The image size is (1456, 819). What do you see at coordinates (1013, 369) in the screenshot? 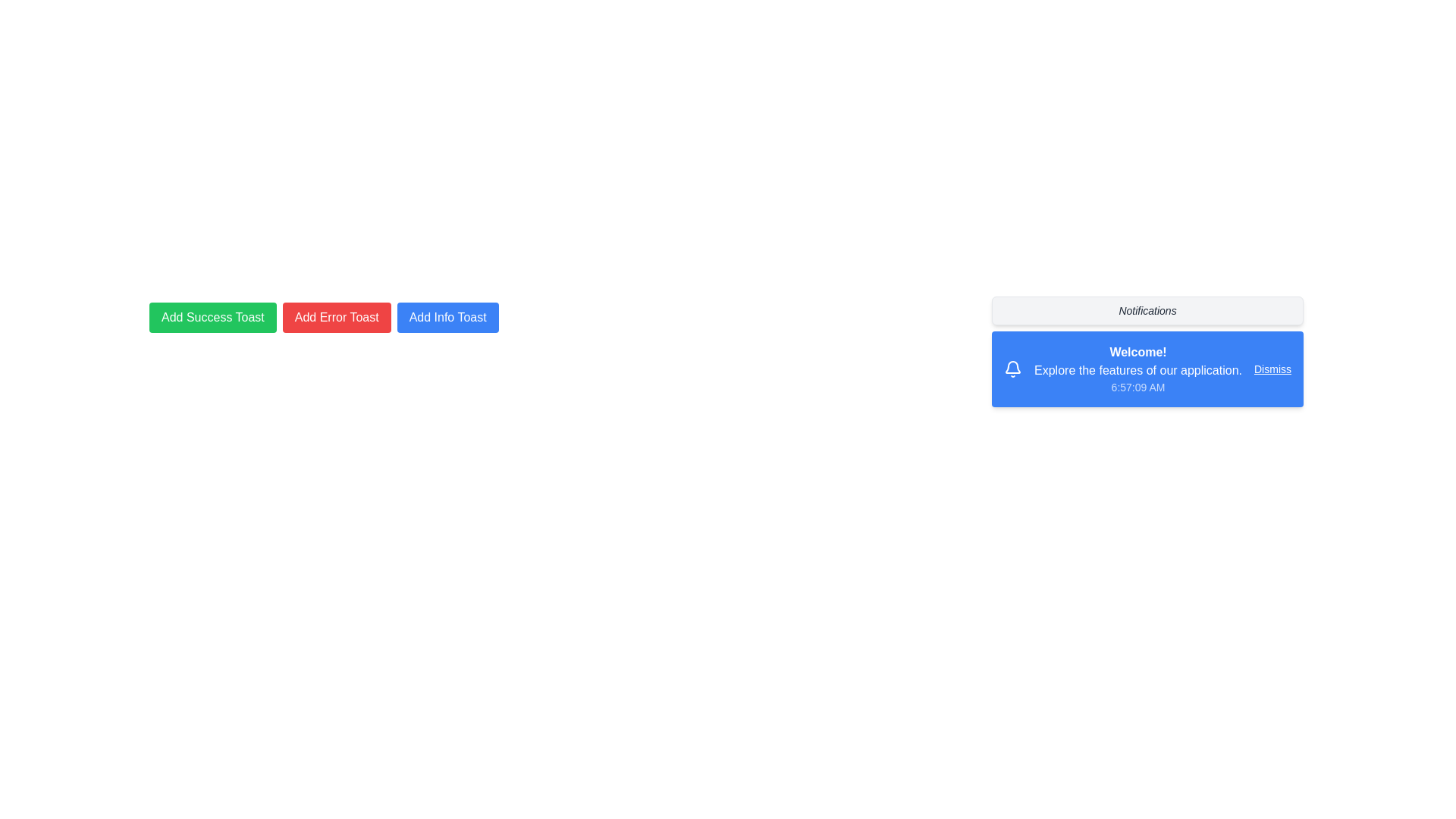
I see `the minimalist bell-shaped icon located to the left of the title 'Welcome!' in the notification card` at bounding box center [1013, 369].